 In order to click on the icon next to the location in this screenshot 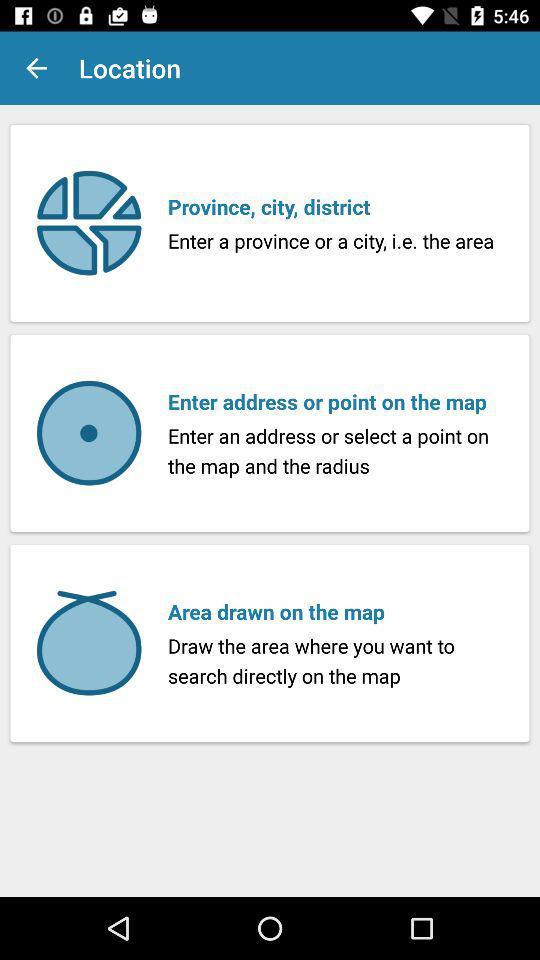, I will do `click(36, 68)`.